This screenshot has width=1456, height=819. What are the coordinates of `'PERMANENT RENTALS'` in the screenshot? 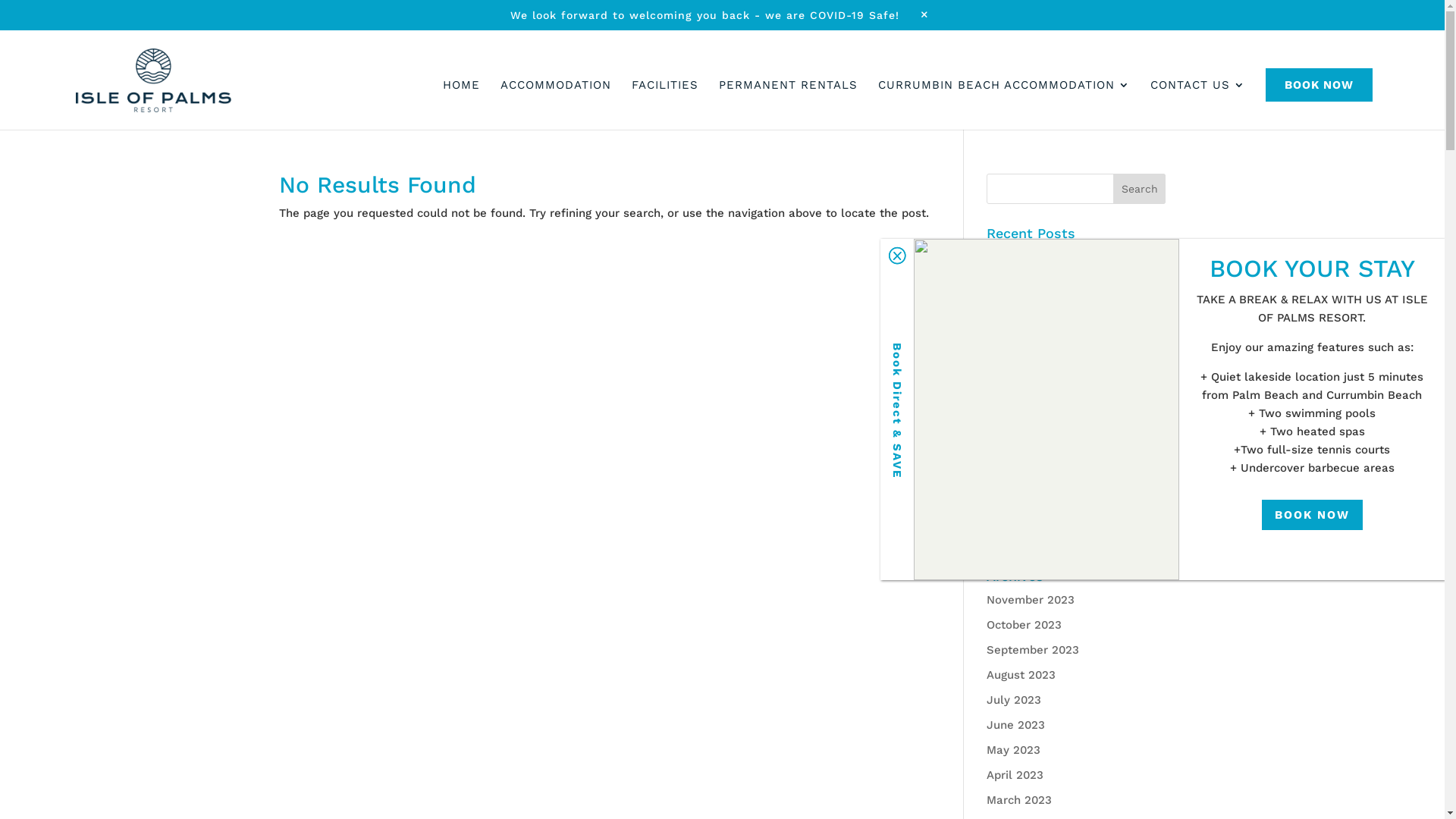 It's located at (788, 93).